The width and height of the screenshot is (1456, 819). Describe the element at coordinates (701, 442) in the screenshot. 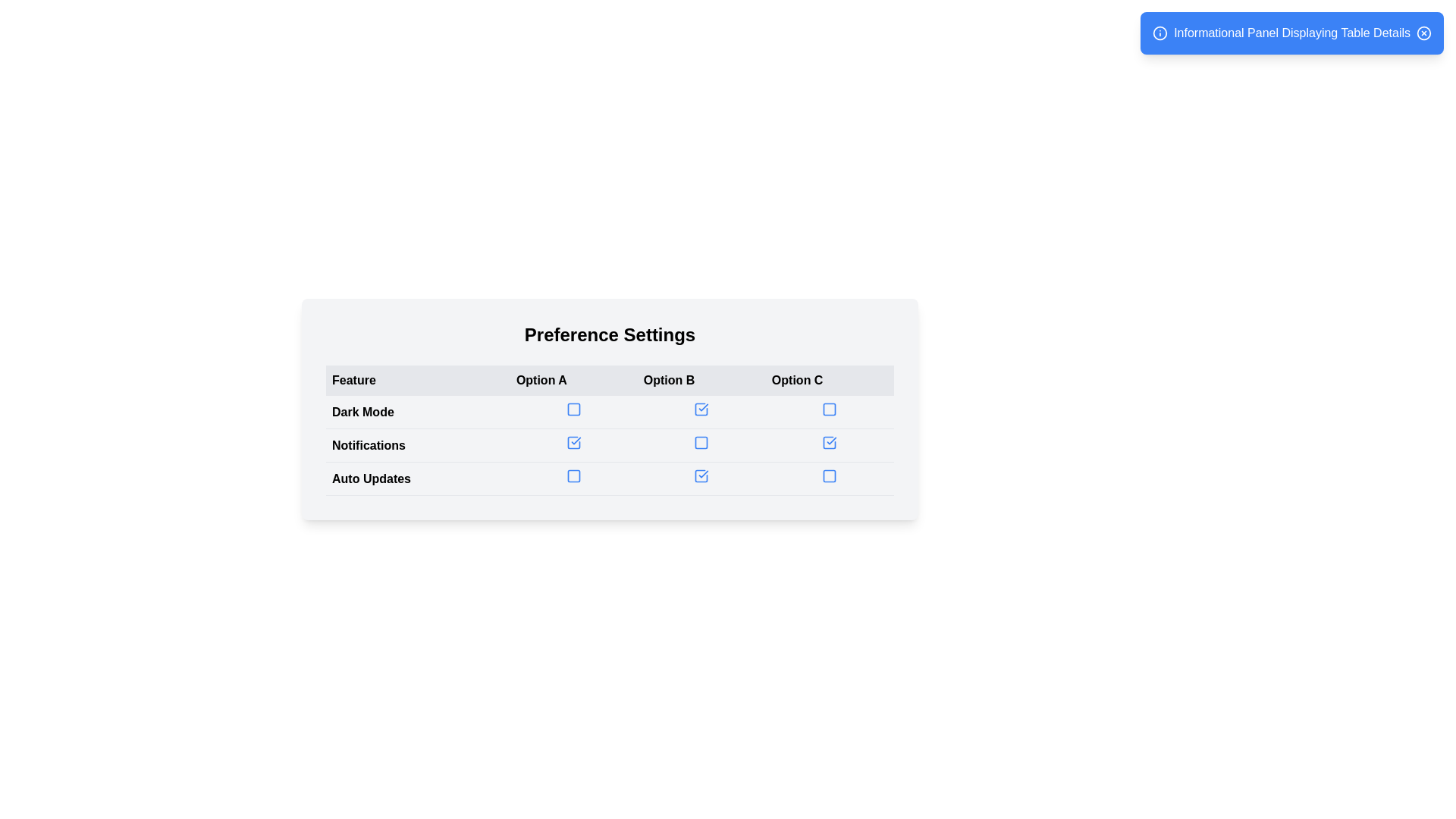

I see `the checkbox for 'Option B' under 'Notifications' in the 'Preference Settings' section` at that location.